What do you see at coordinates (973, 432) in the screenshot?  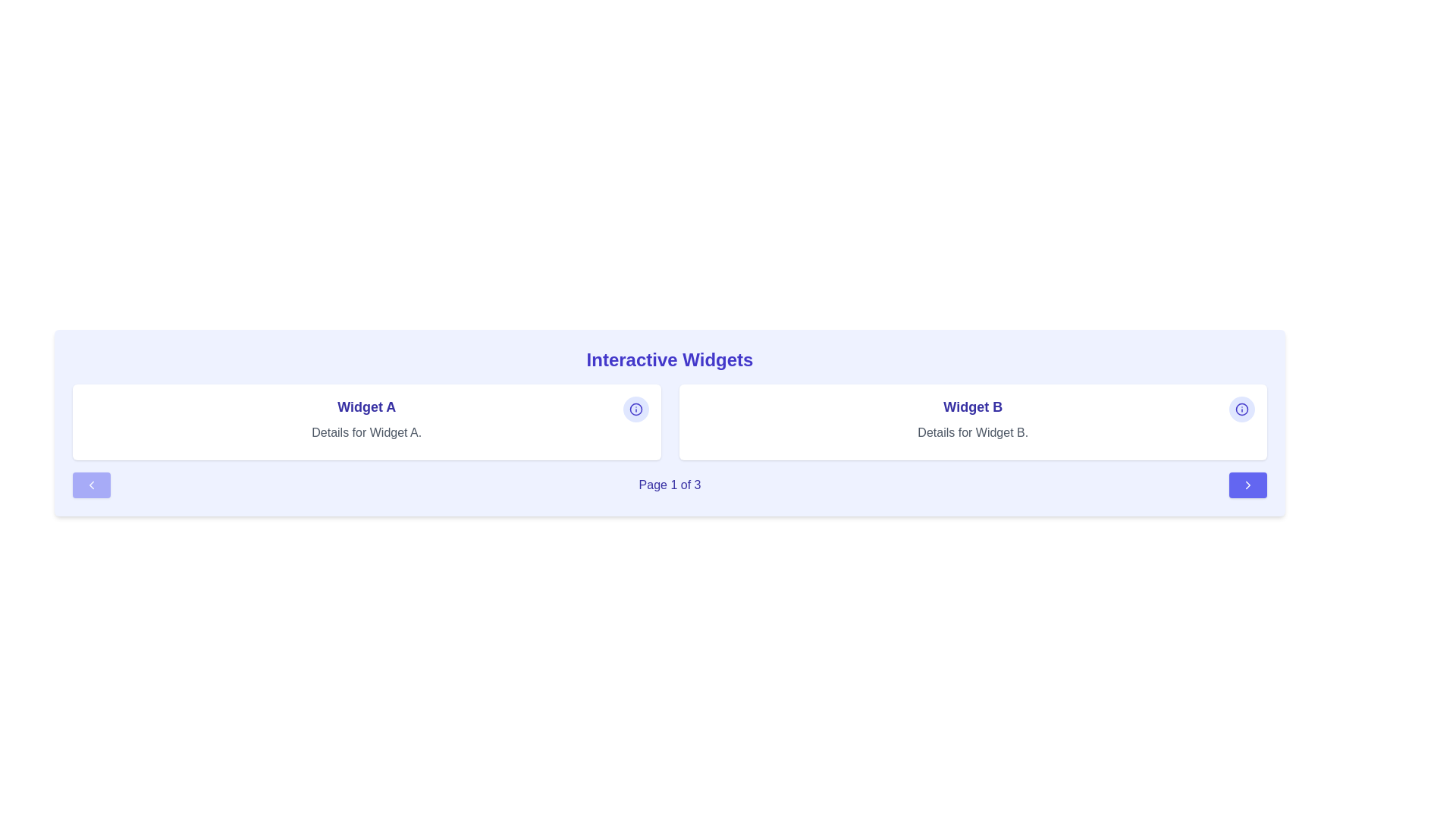 I see `the text element providing additional descriptive information about Widget B, positioned below the heading 'Widget B' and within the card box` at bounding box center [973, 432].